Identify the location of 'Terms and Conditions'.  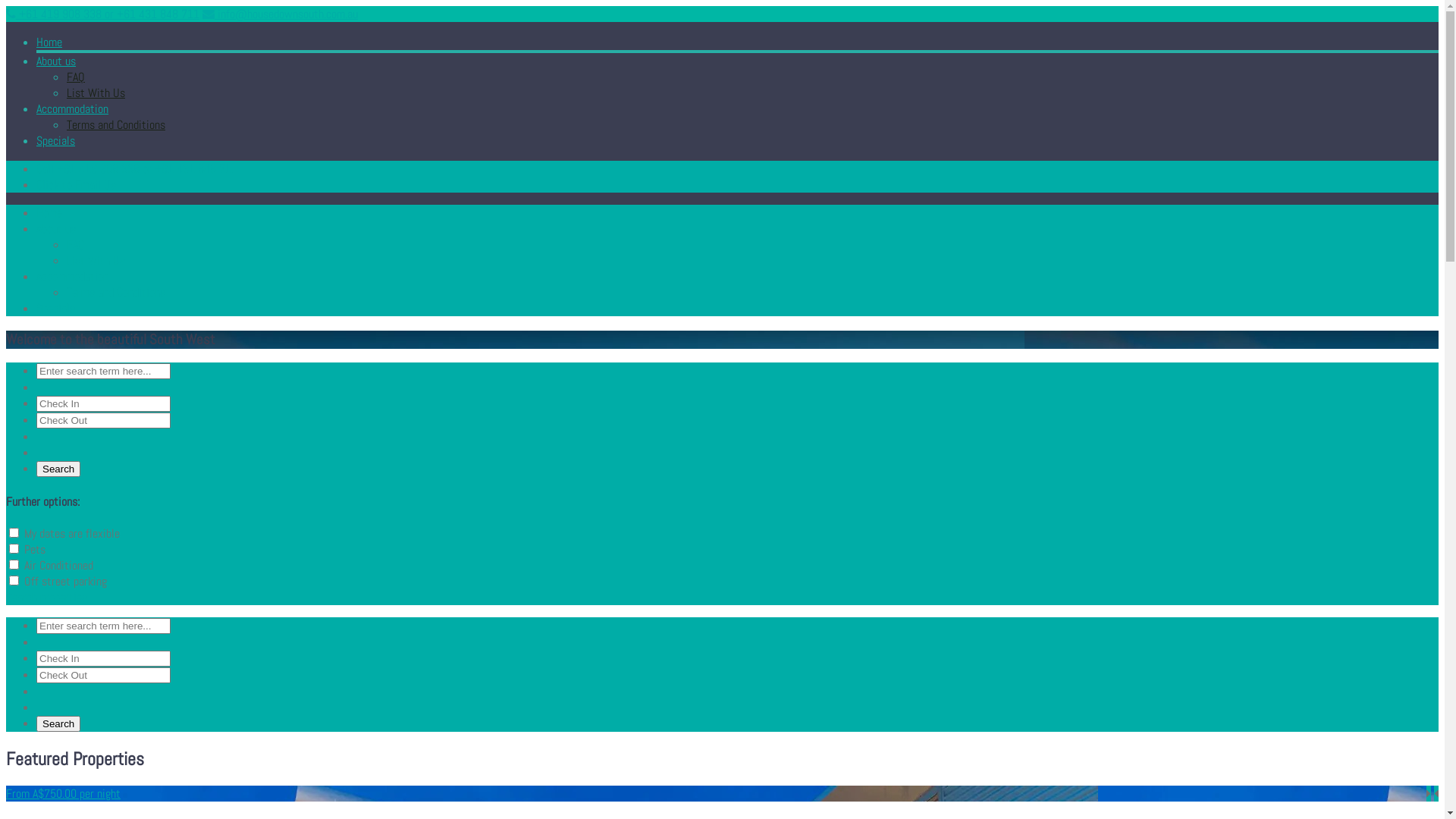
(115, 124).